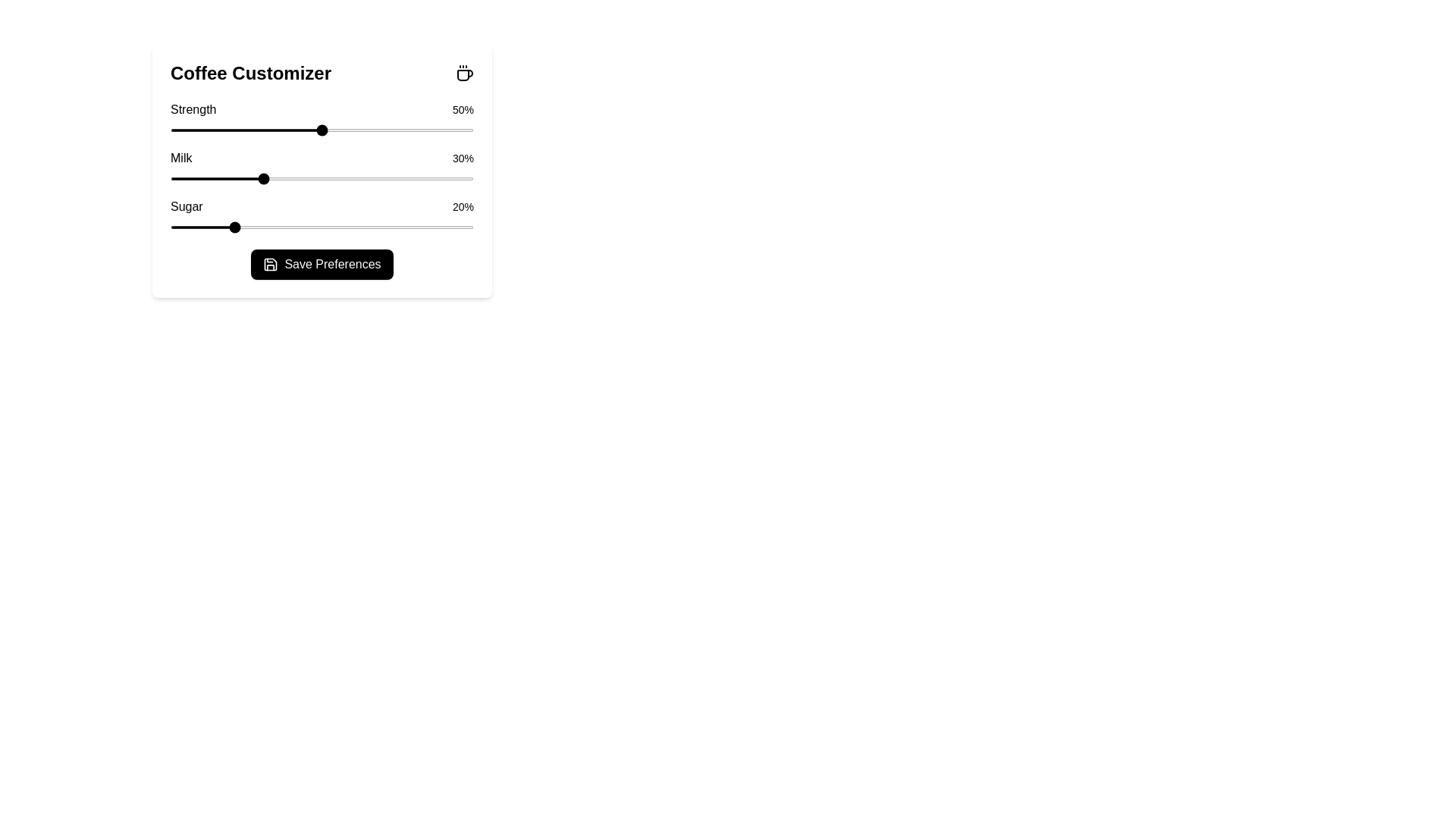 The image size is (1456, 819). What do you see at coordinates (433, 177) in the screenshot?
I see `milk percentage` at bounding box center [433, 177].